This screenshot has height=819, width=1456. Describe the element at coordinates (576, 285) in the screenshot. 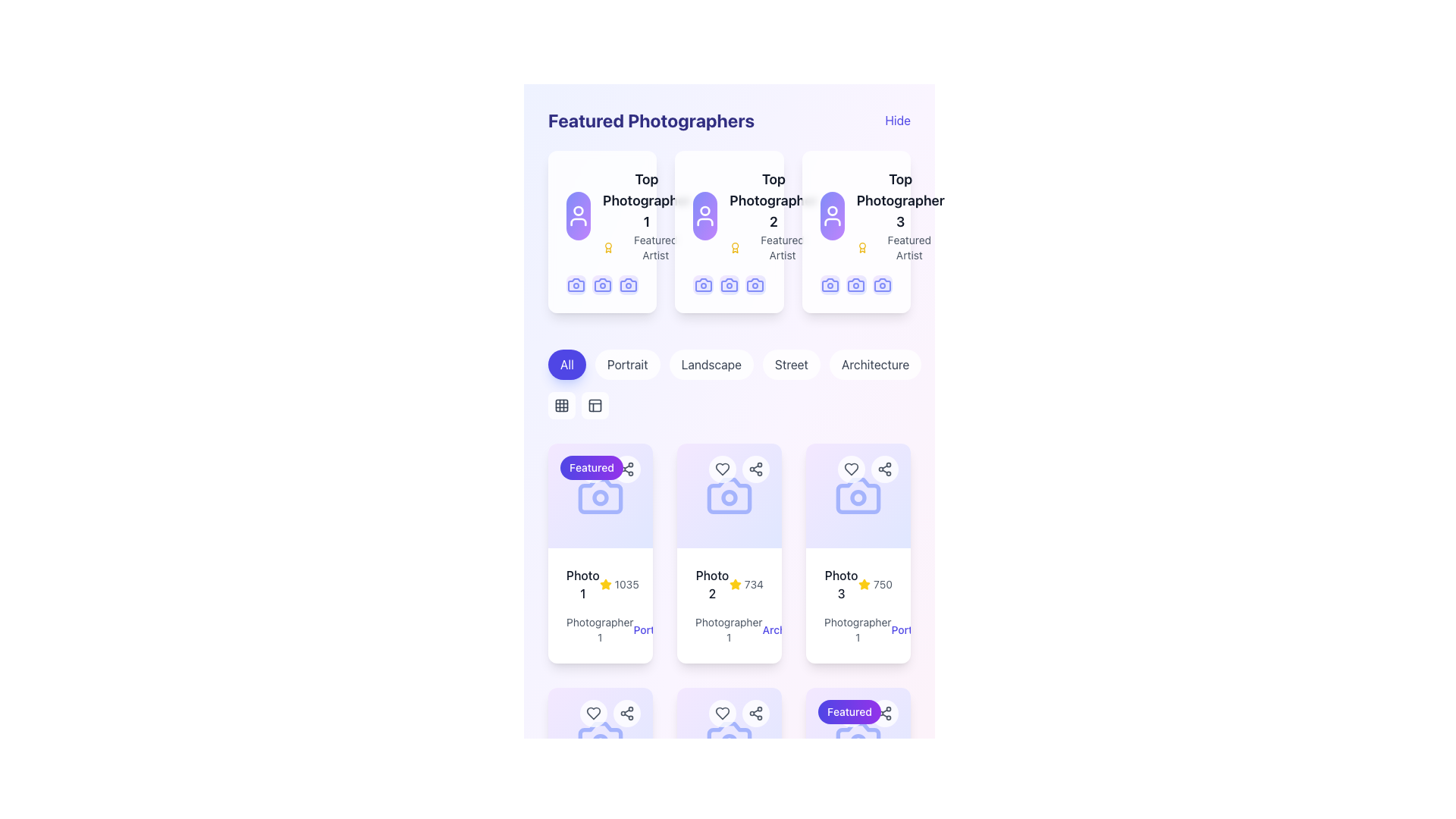

I see `the square-shaped icon with rounded edges, featuring a gradient background and a blue camera symbol, located in the first position of the row under 'Top Photographer 1'` at that location.